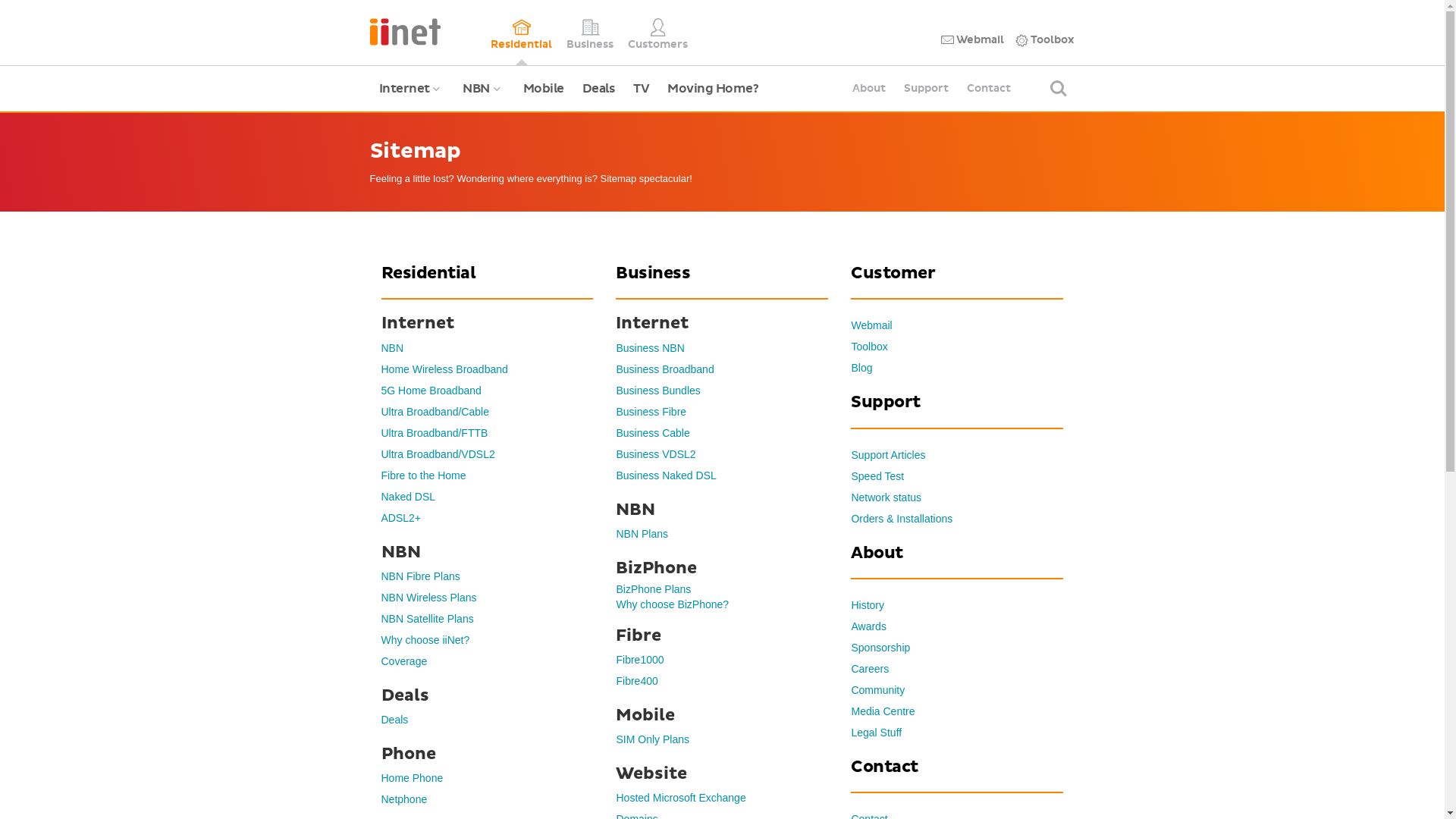 The image size is (1456, 819). I want to click on 'iiNet logo', so click(405, 30).